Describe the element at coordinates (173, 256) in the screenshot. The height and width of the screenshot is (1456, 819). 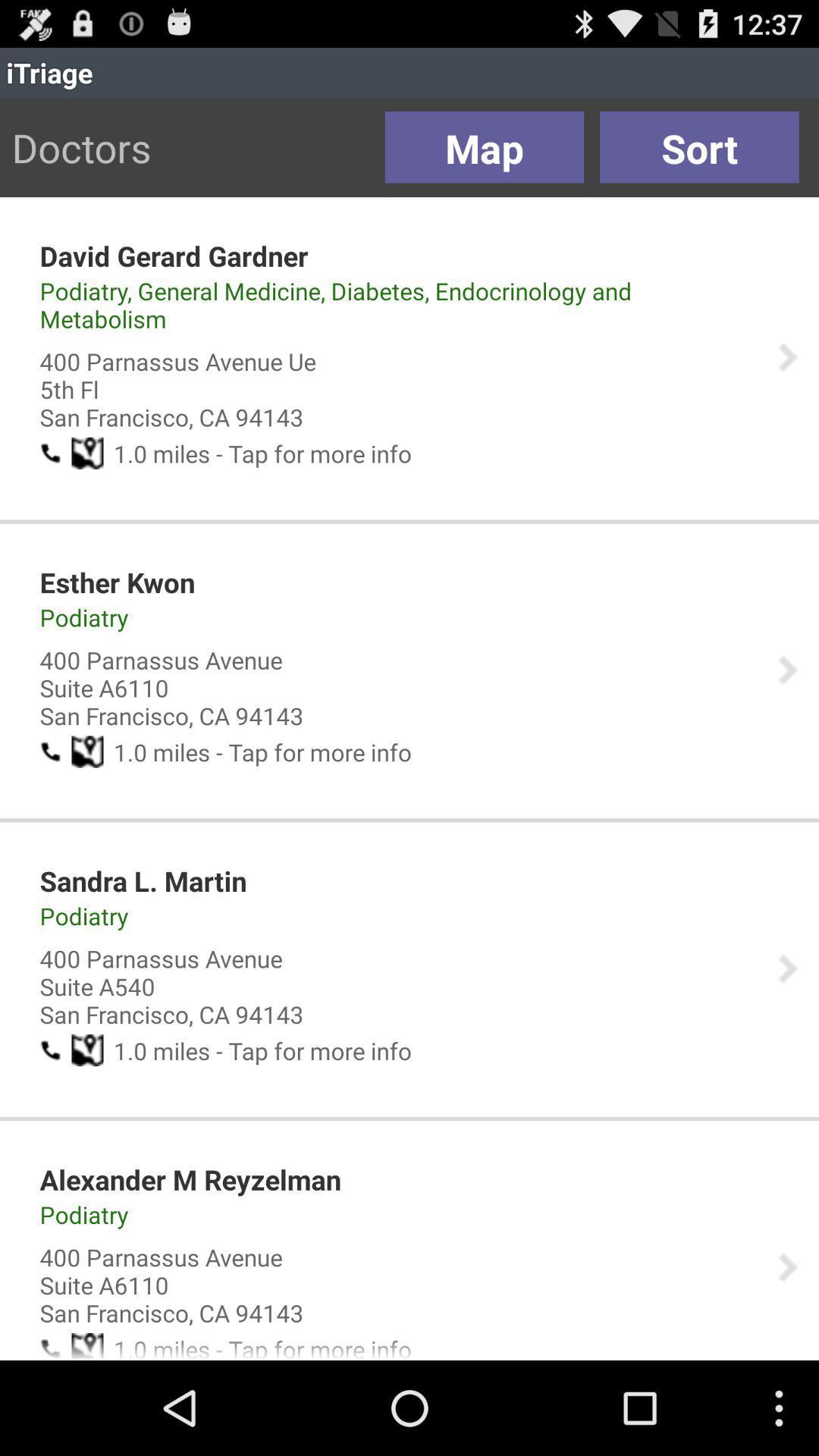
I see `item above podiatry general medicine` at that location.